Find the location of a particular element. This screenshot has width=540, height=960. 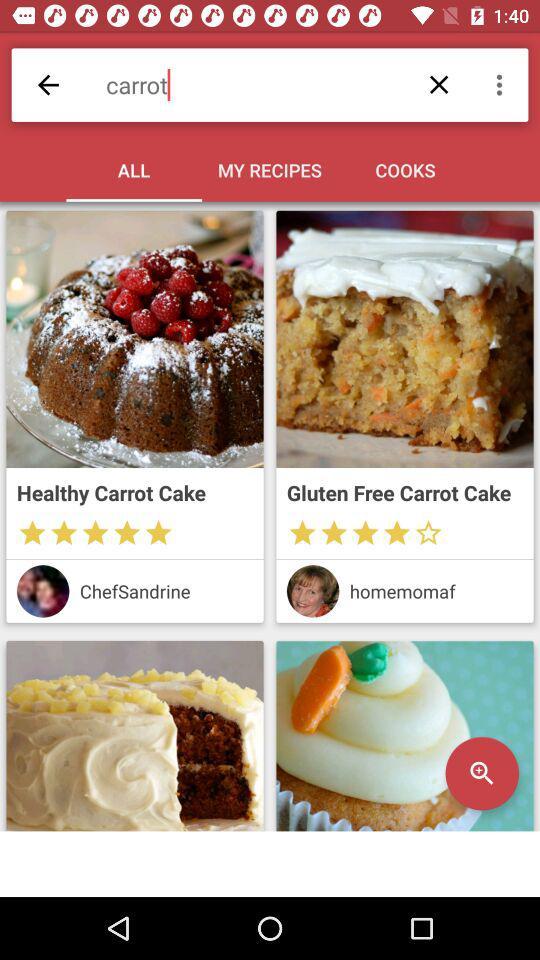

chefs profile picture is located at coordinates (43, 591).